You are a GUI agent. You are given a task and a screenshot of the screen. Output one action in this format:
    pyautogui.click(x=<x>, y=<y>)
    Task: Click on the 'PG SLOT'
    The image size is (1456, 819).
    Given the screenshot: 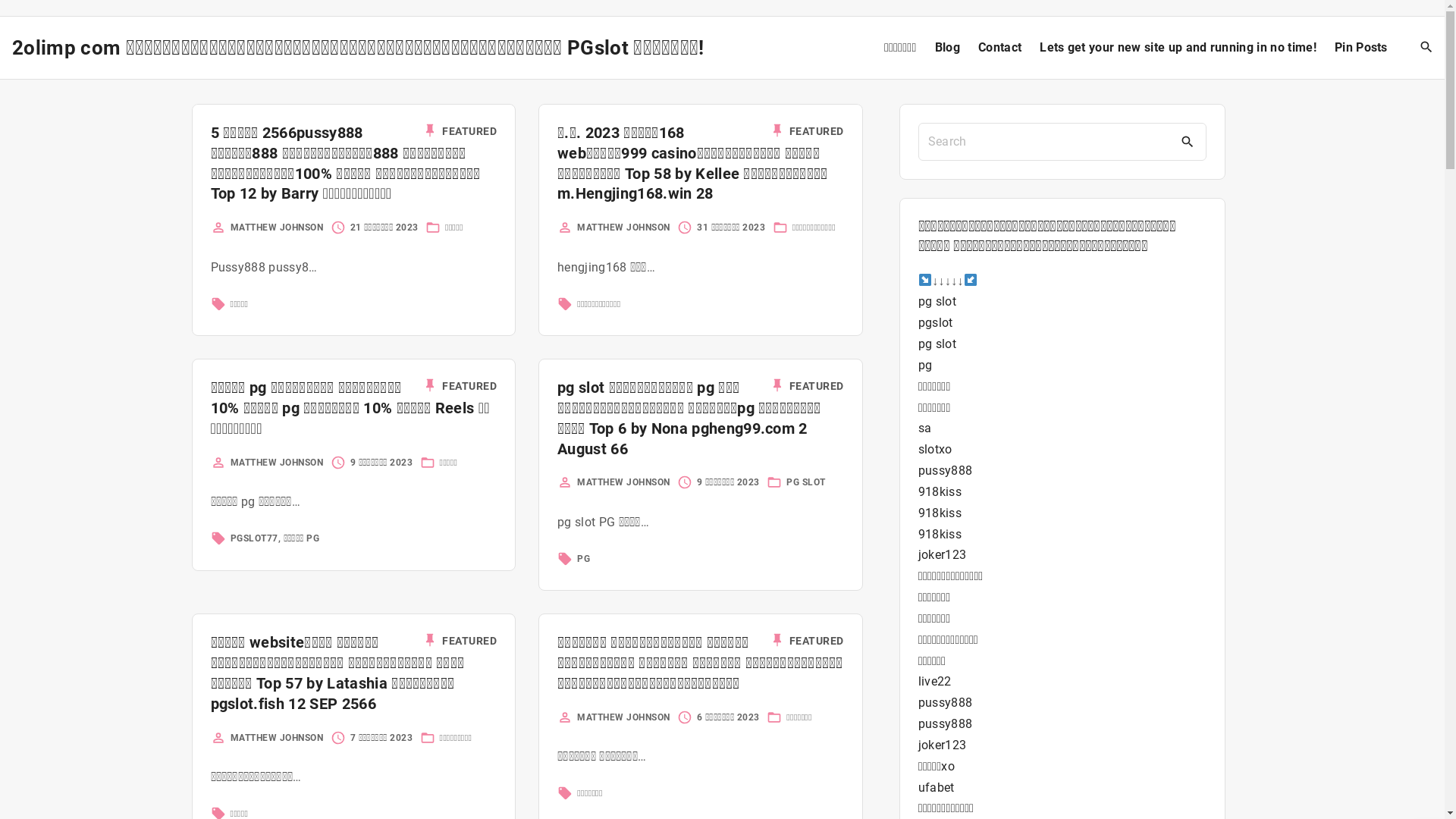 What is the action you would take?
    pyautogui.click(x=805, y=482)
    